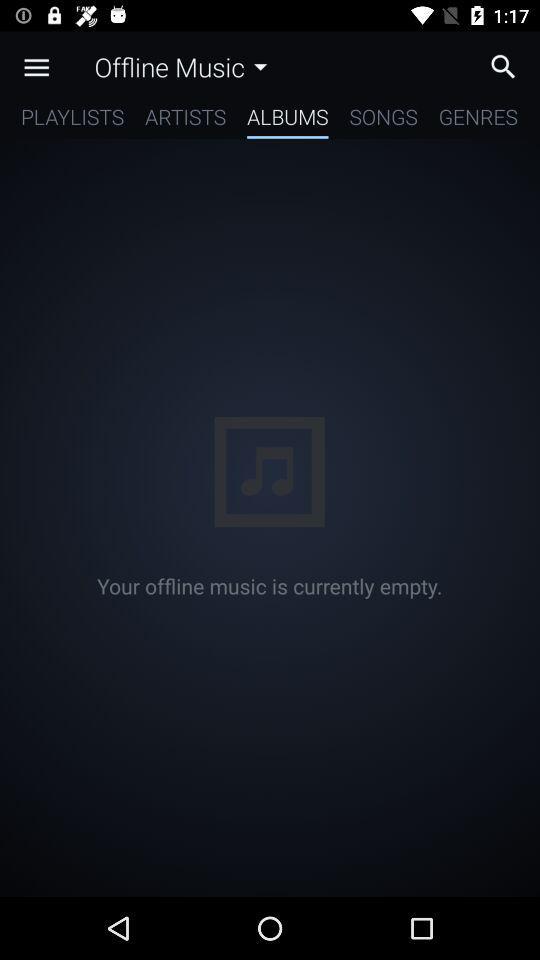 This screenshot has width=540, height=960. I want to click on item to the left of the genres, so click(383, 120).